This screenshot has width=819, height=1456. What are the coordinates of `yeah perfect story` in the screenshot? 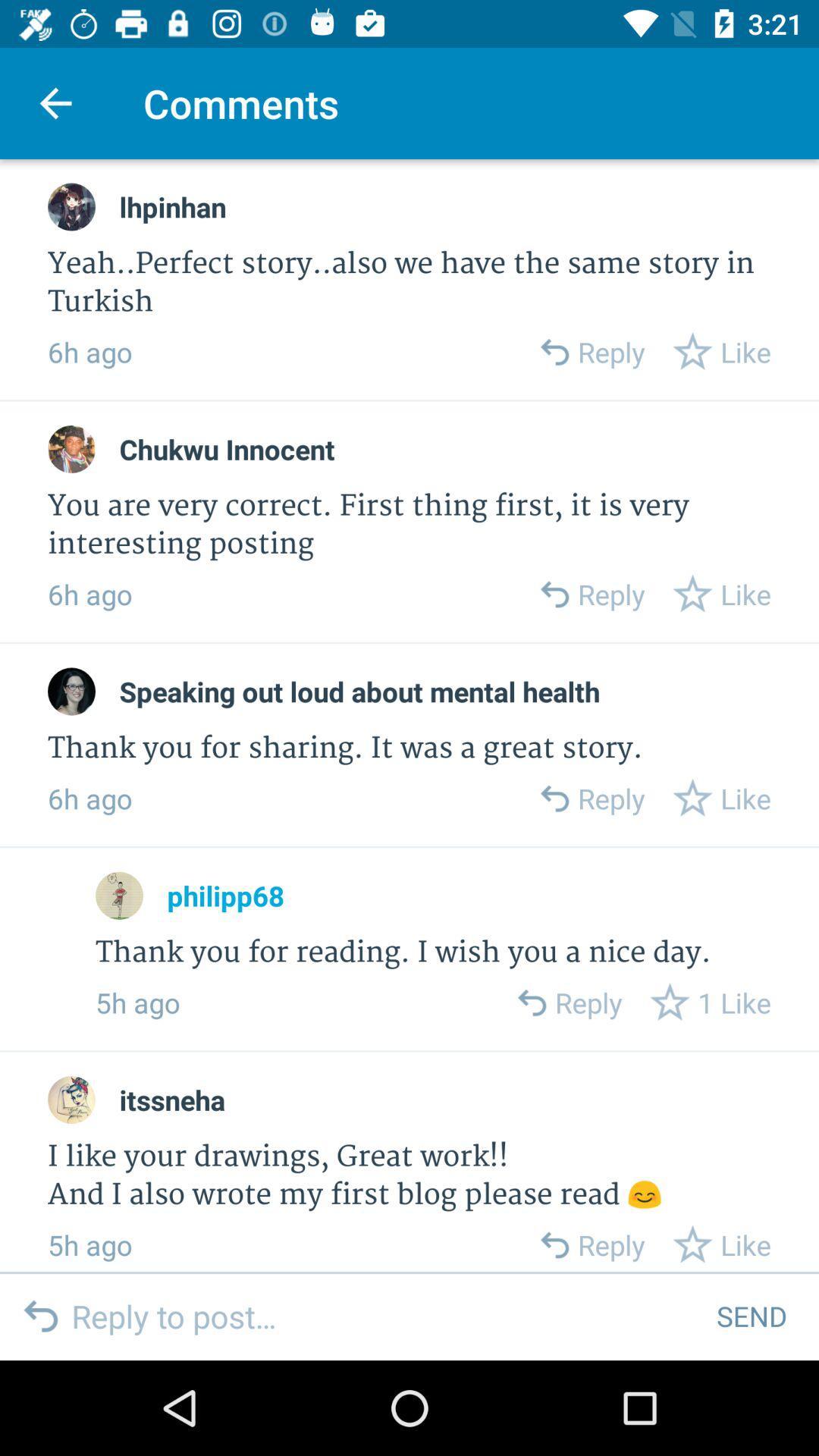 It's located at (409, 283).